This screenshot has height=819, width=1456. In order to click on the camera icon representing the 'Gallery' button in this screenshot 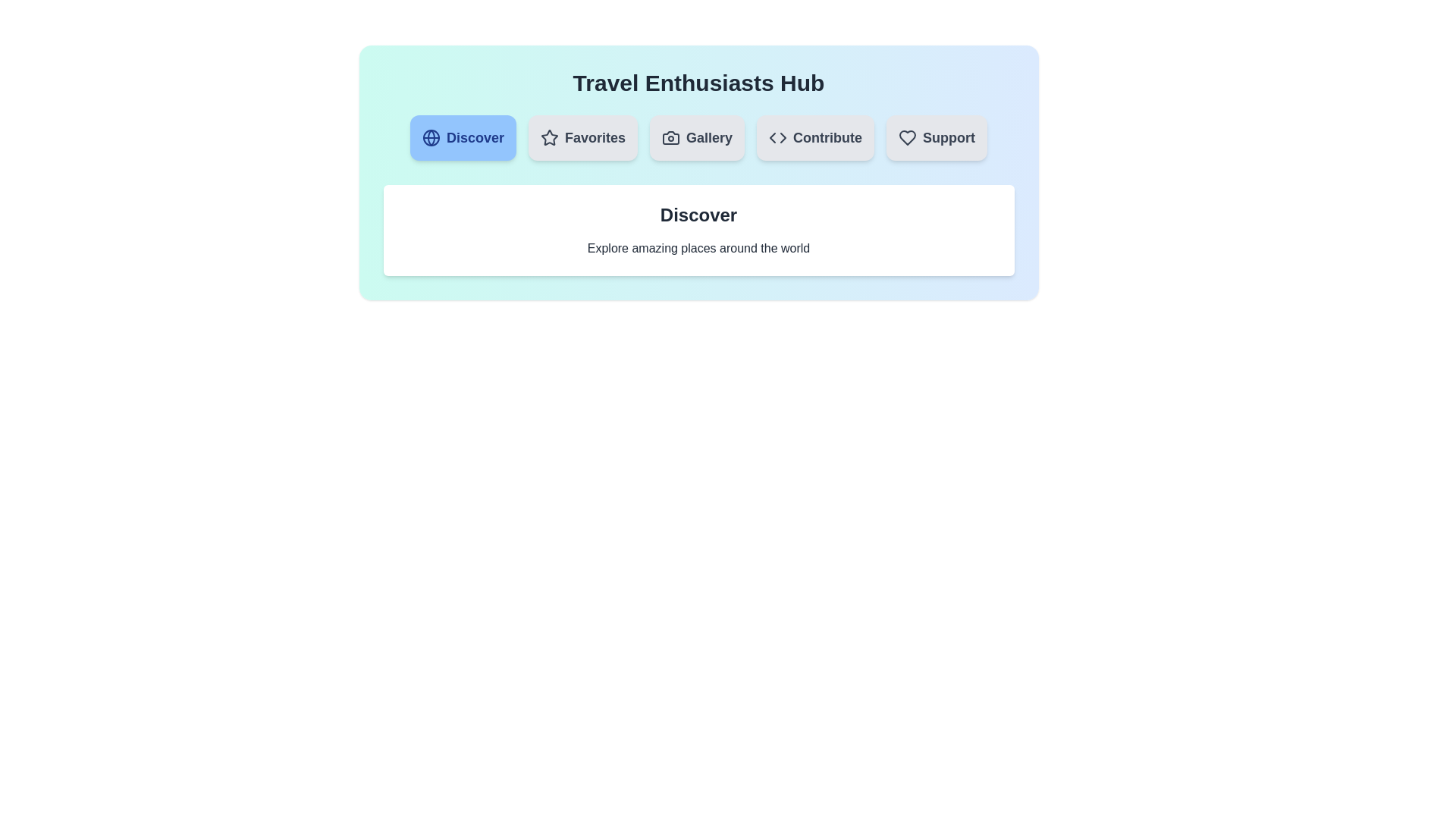, I will do `click(670, 137)`.